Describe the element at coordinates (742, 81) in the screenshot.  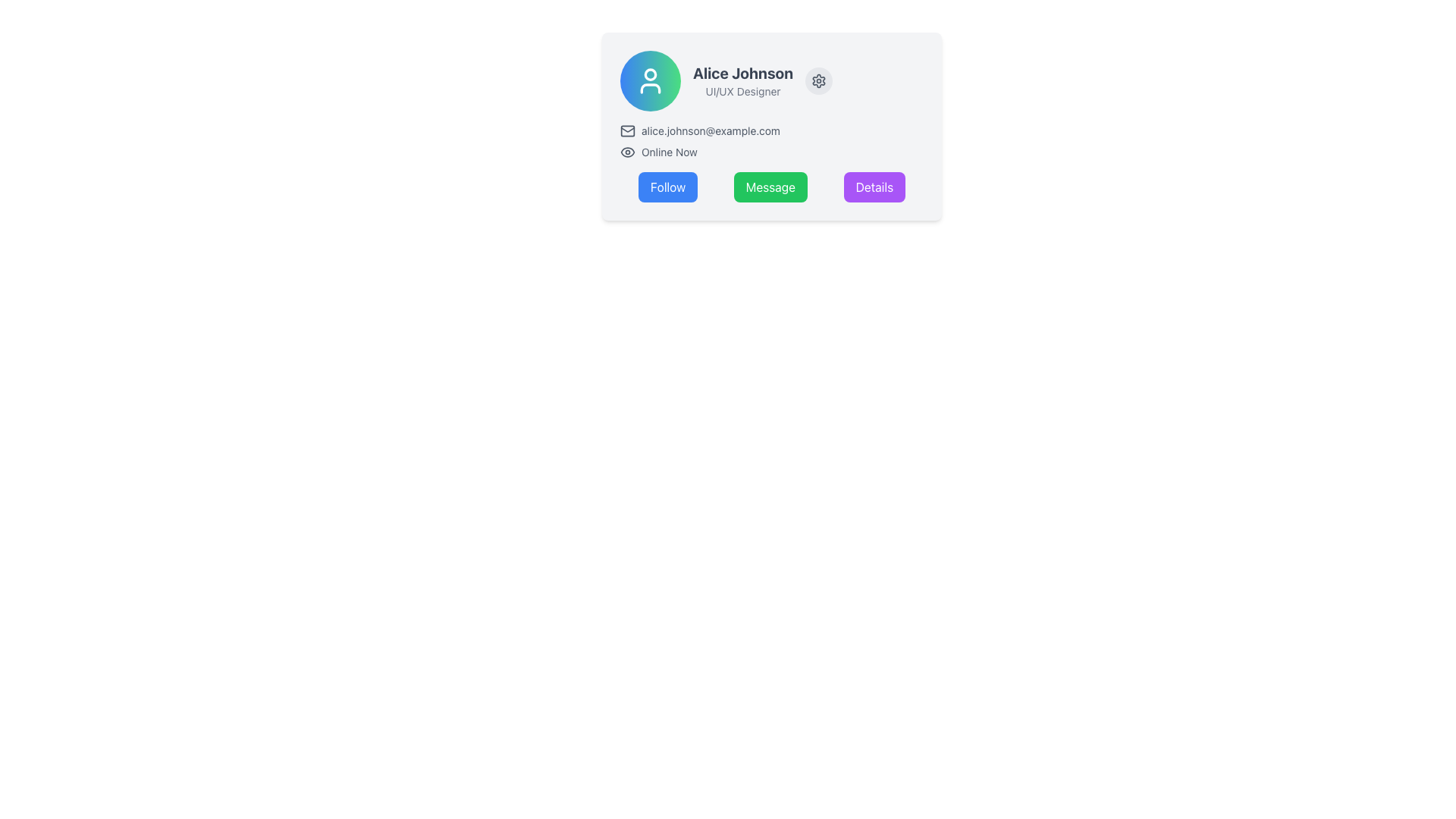
I see `the Text Display element that shows the user's name and job title in the profile card, located between the circular avatar and the settings icon` at that location.